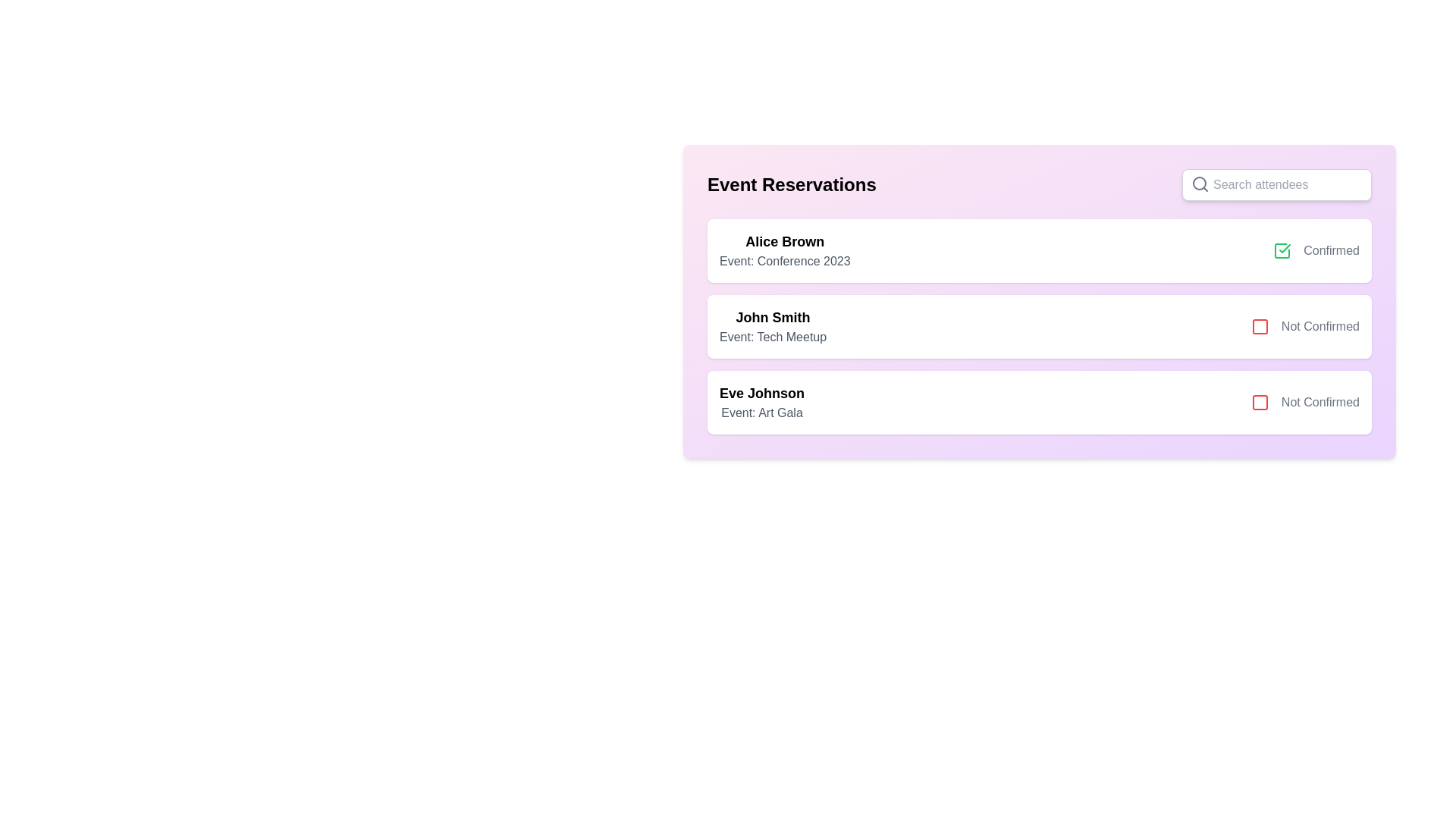 This screenshot has height=819, width=1456. I want to click on the Text display component that shows 'John Smith' and 'Event: Tech Meetup', located in the second card of the 'Event Reservations' section, so click(773, 326).